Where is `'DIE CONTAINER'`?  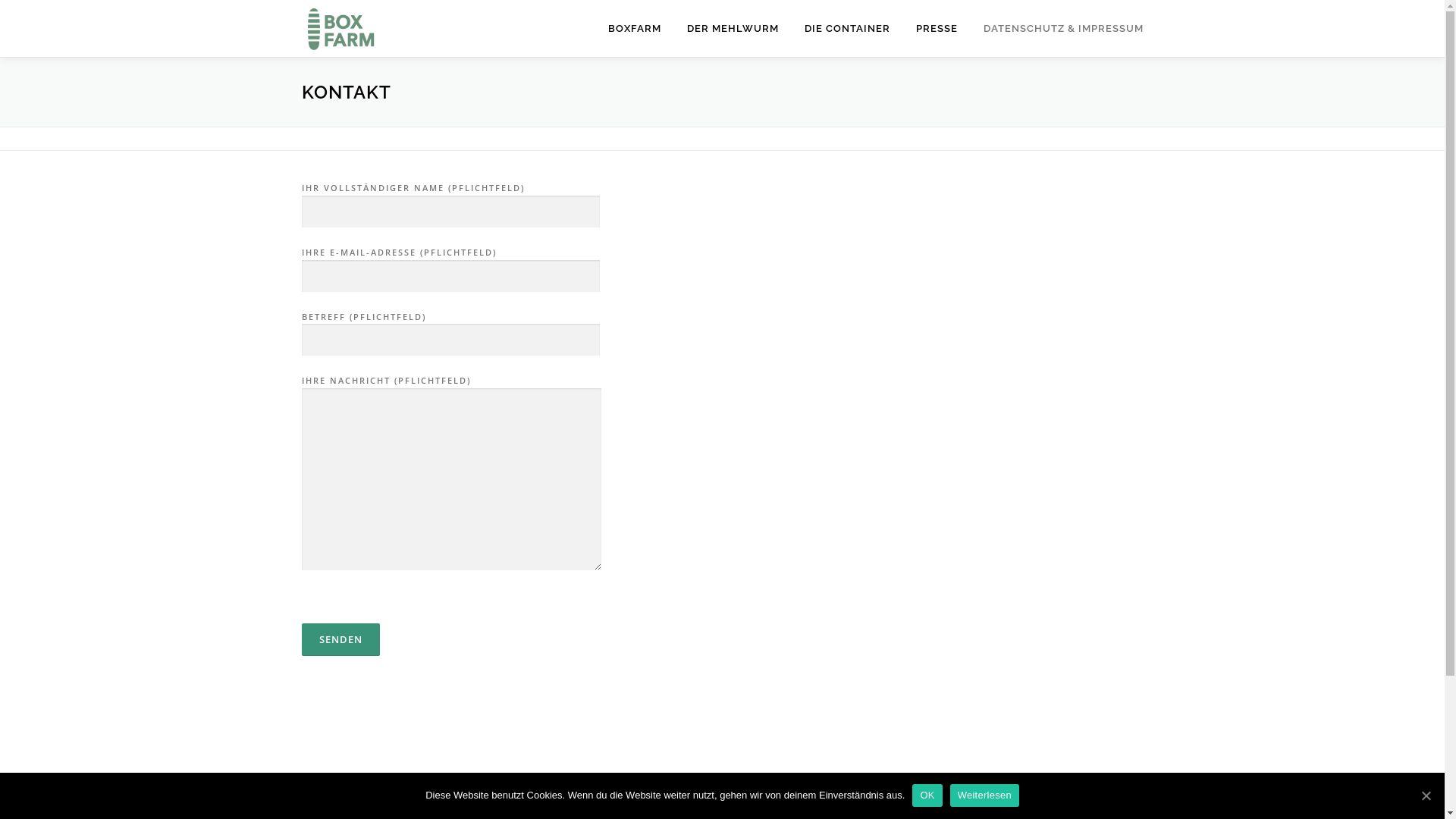
'DIE CONTAINER' is located at coordinates (846, 28).